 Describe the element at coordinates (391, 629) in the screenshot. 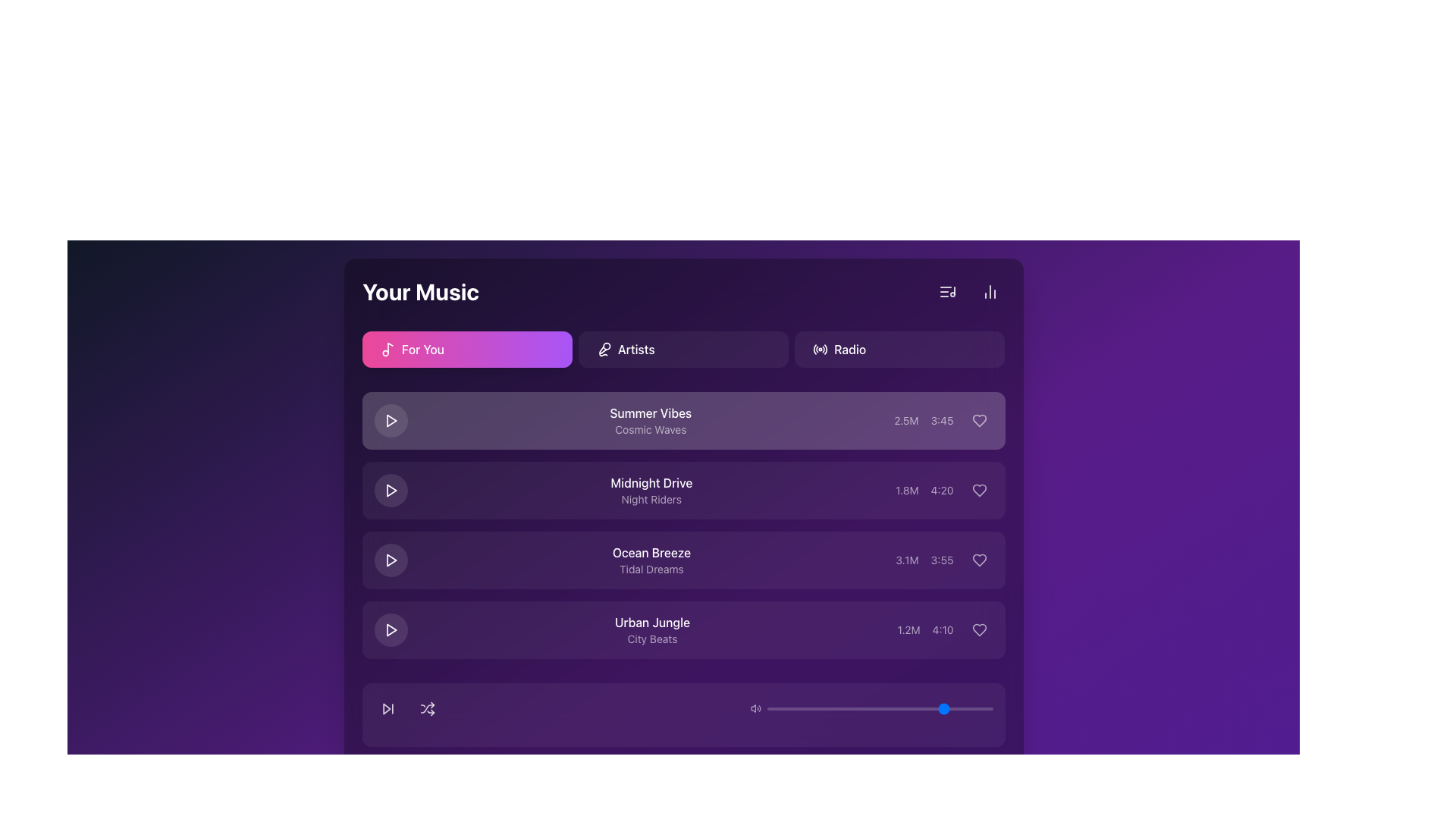

I see `the rightward-pointing play icon for the 'Urban Jungle' song` at that location.